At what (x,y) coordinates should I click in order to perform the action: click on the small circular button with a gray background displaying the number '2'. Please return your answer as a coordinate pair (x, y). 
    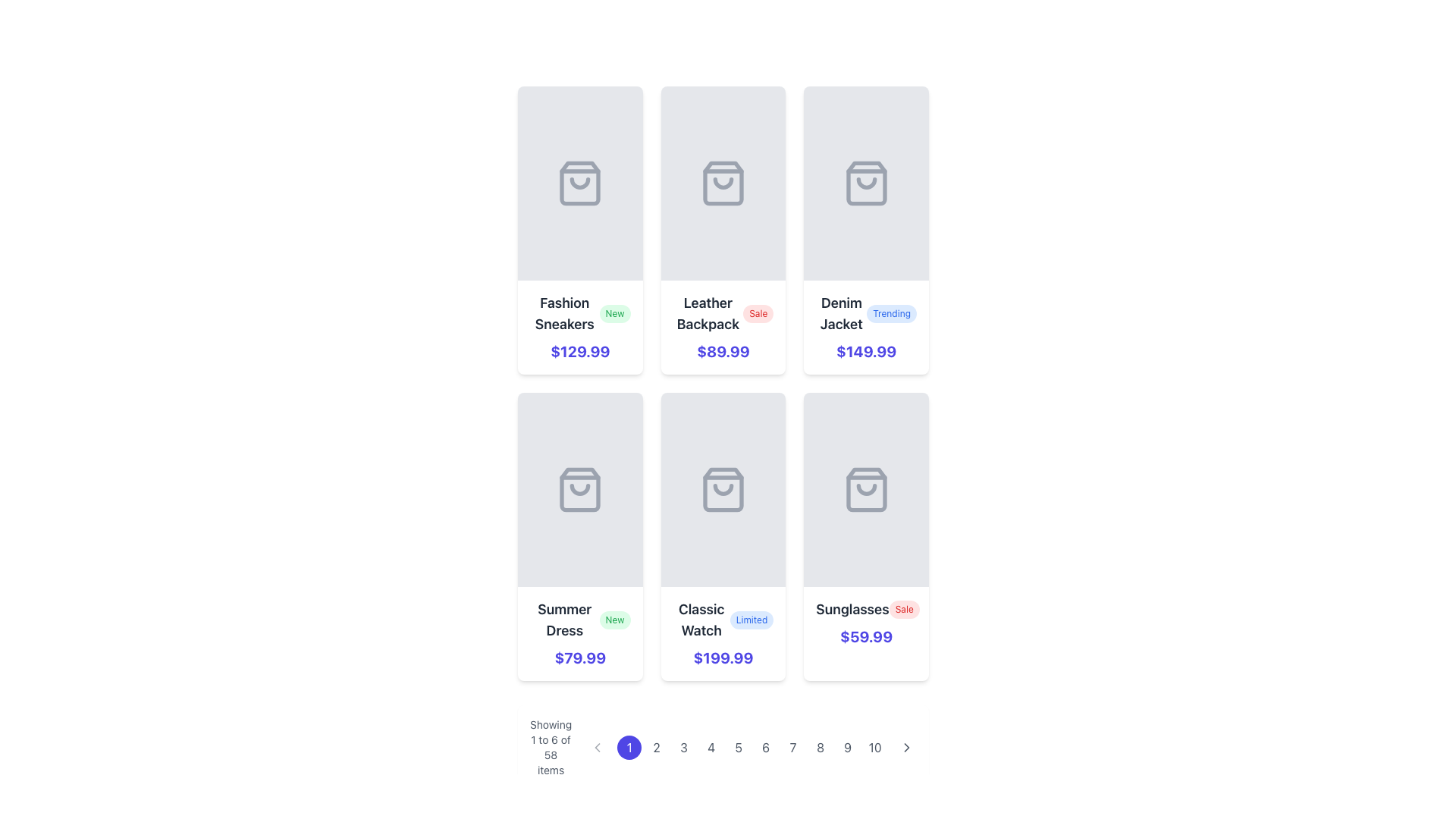
    Looking at the image, I should click on (657, 747).